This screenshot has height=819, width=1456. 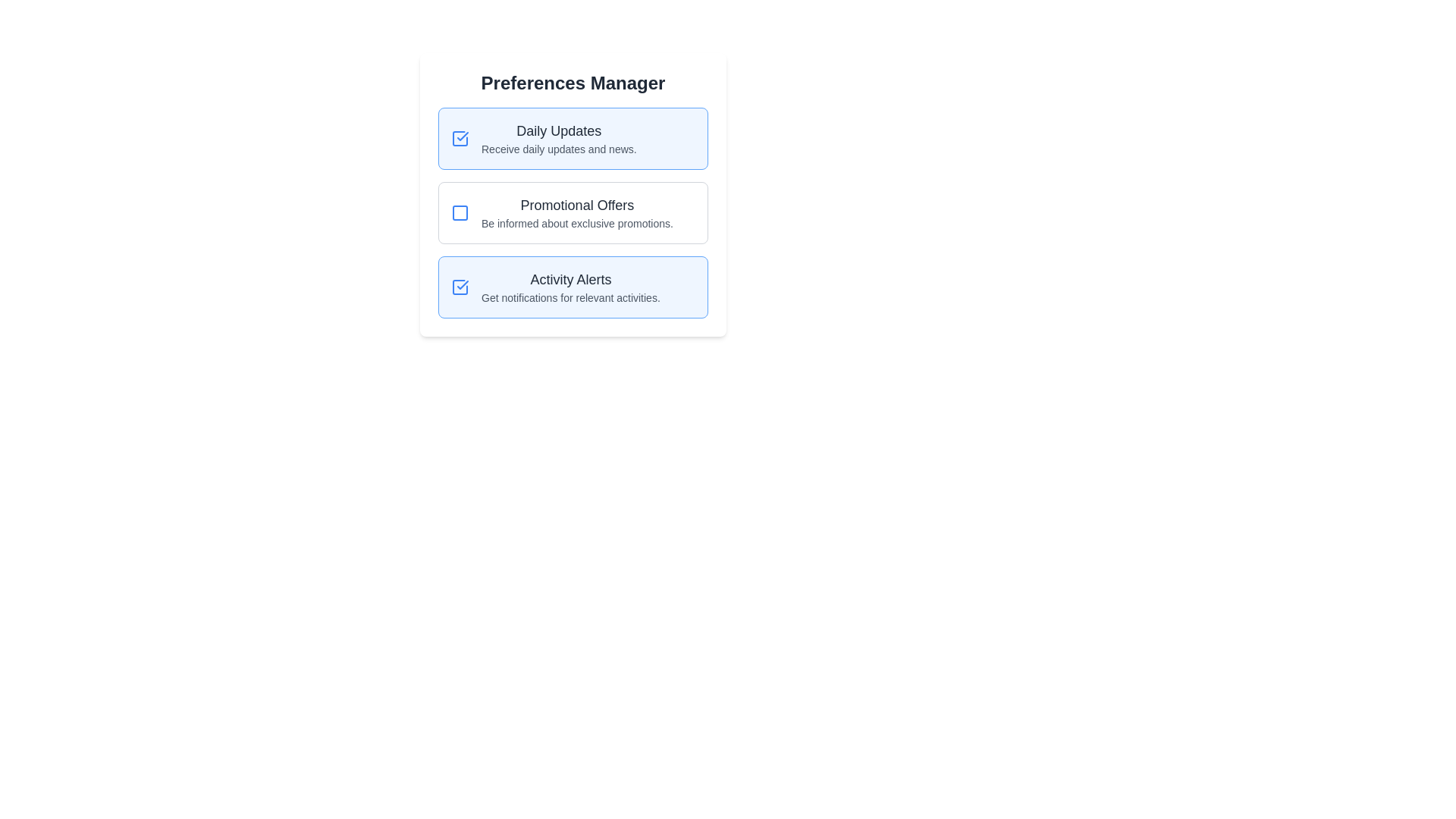 What do you see at coordinates (462, 284) in the screenshot?
I see `the checkmark icon with blue strokes located in the 'Activity Alerts' row of the 'Preferences Manager' section` at bounding box center [462, 284].